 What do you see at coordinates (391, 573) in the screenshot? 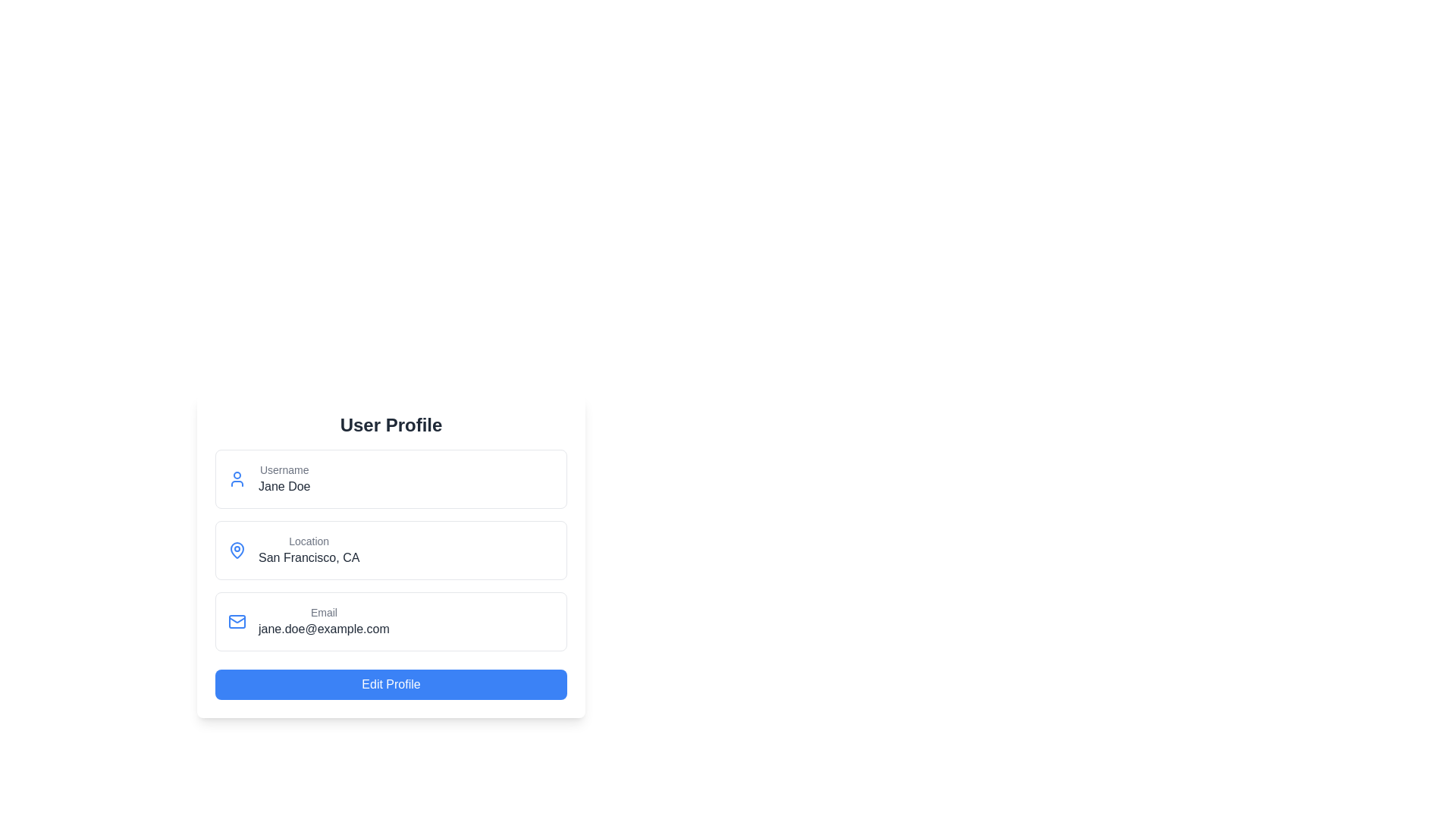
I see `location information displayed in the Information display section, which is positioned below the Username section and above the Email section in the user profile interface` at bounding box center [391, 573].